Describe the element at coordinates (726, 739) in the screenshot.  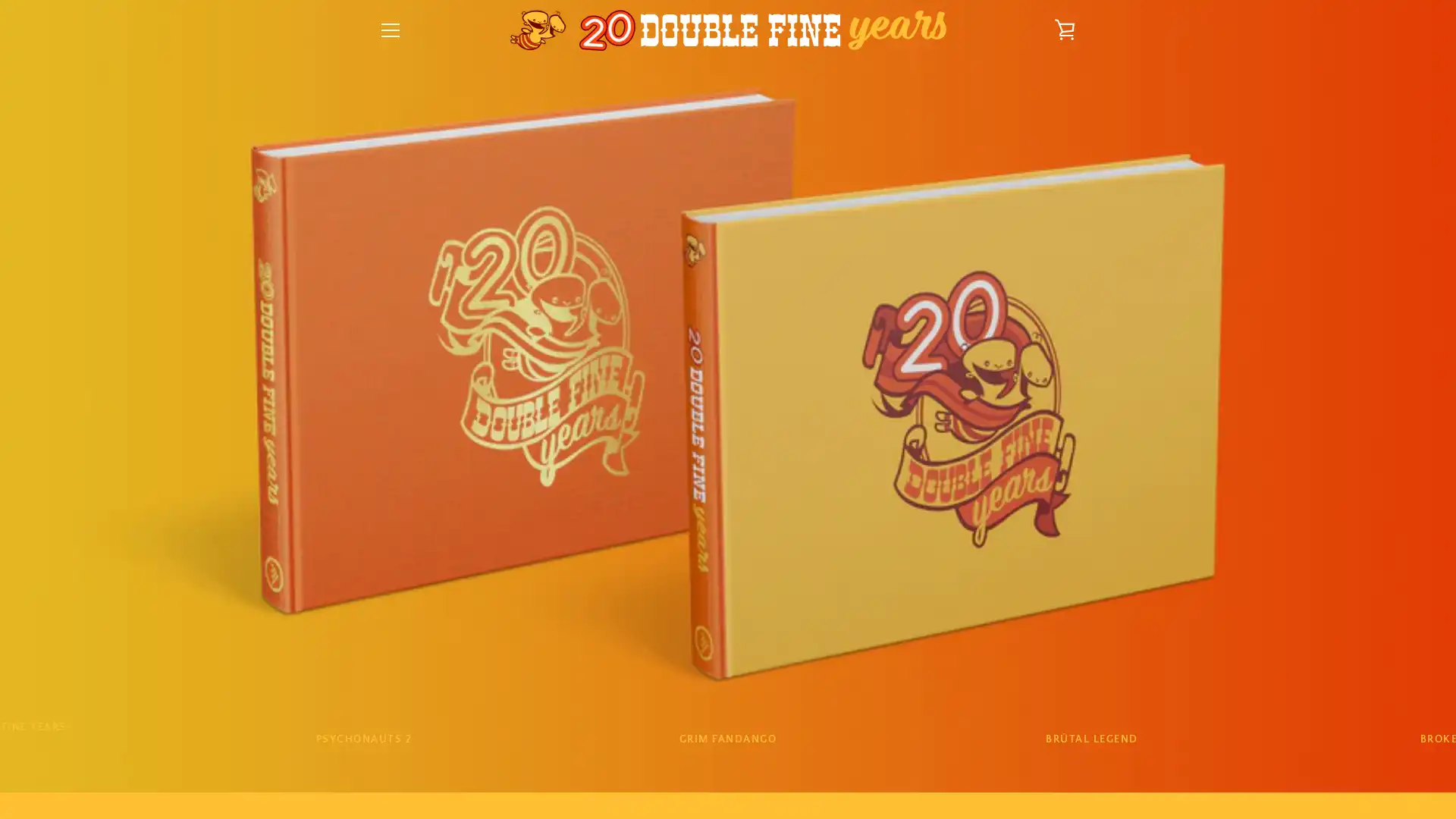
I see `SLIDE 3 GRIM FANDANGO` at that location.